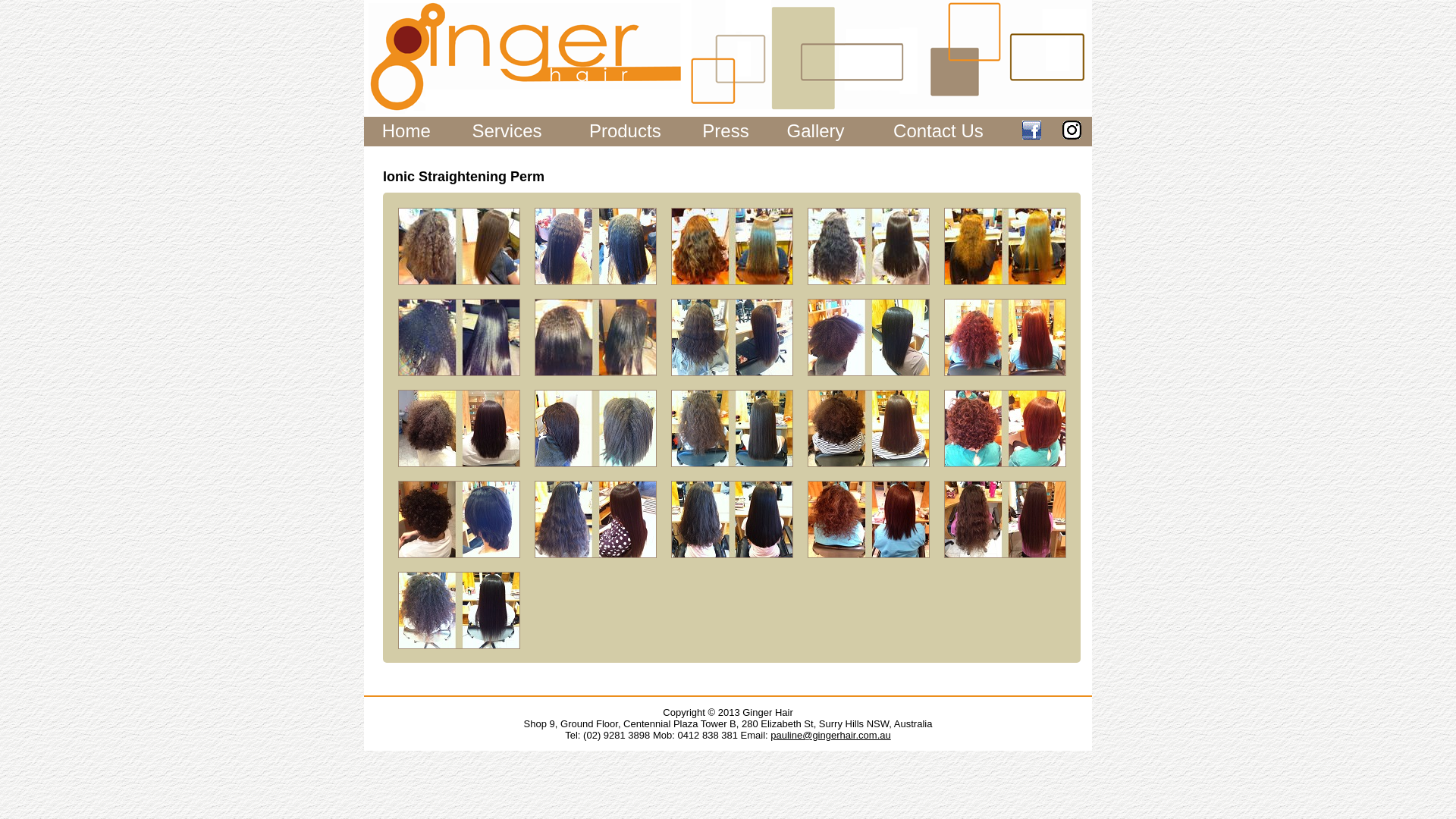  Describe the element at coordinates (595, 427) in the screenshot. I see `'Client 9 - After 8 Months'` at that location.